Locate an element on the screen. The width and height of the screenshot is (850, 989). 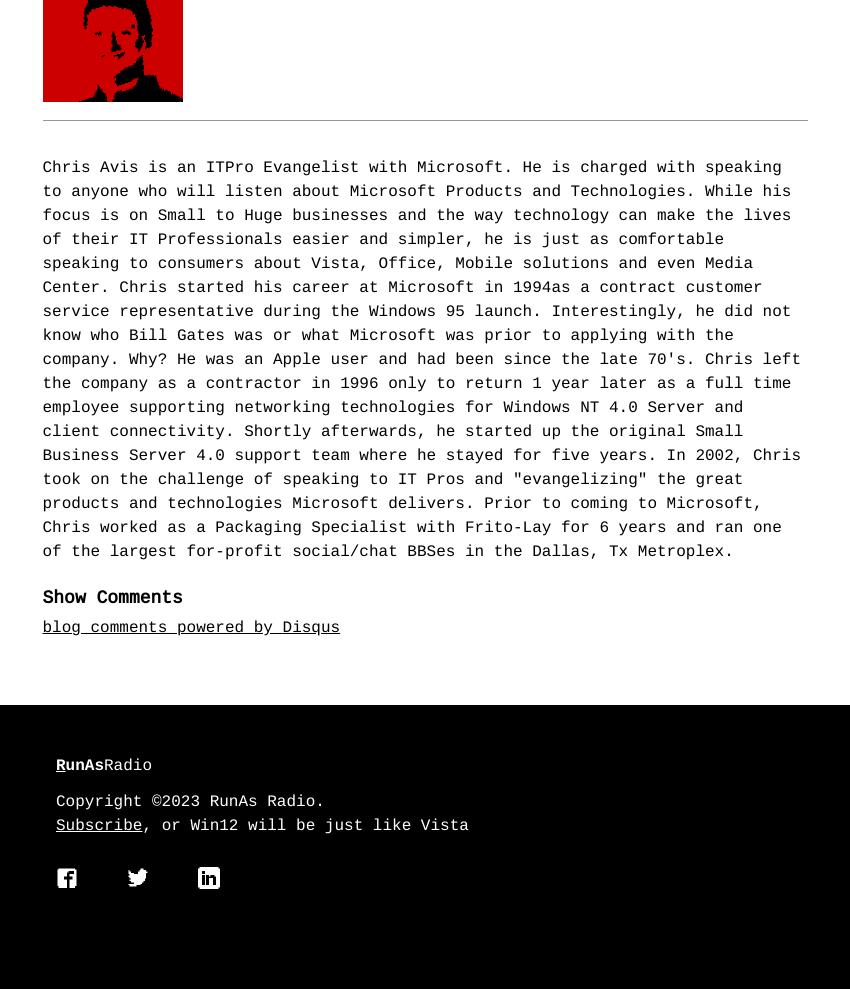
'Subscribe' is located at coordinates (98, 827).